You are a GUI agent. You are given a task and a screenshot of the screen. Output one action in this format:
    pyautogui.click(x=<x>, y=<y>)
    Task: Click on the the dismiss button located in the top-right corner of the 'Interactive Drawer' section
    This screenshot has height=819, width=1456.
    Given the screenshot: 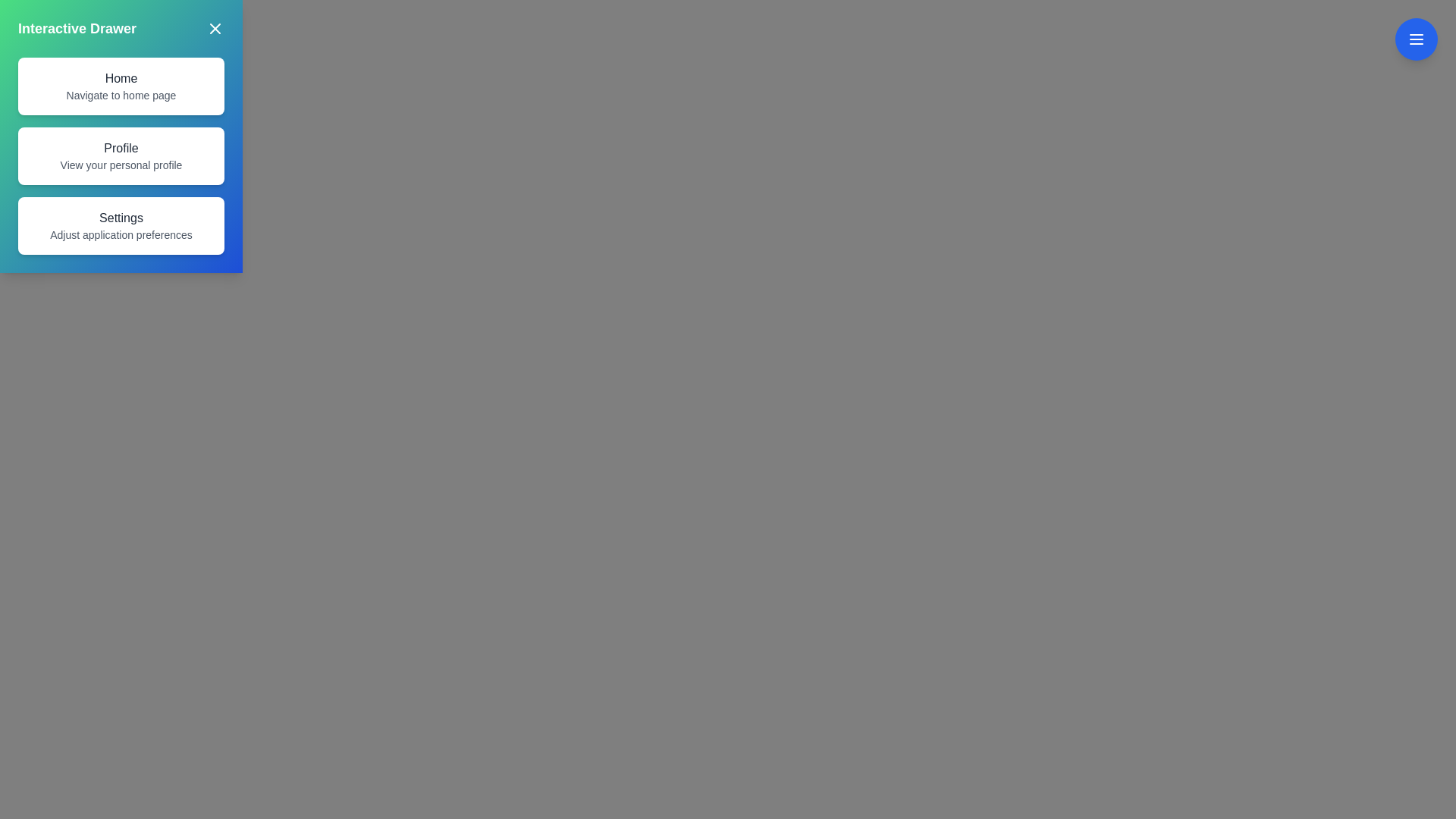 What is the action you would take?
    pyautogui.click(x=214, y=29)
    